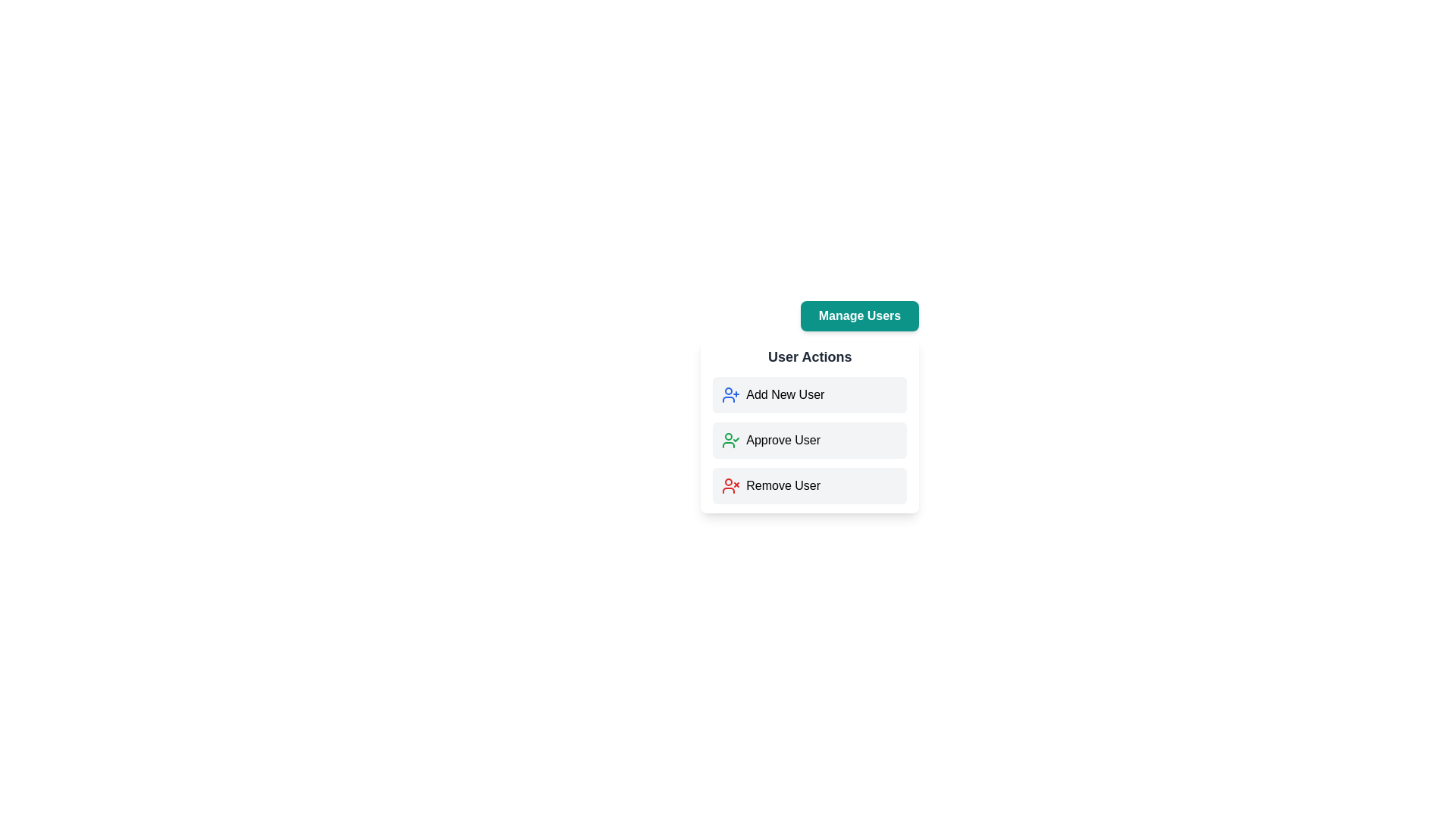 This screenshot has width=1456, height=819. Describe the element at coordinates (731, 441) in the screenshot. I see `approval icon located in the second row of the 'User Actions' panel, which is positioned to the left of the 'Approve User' text label` at that location.